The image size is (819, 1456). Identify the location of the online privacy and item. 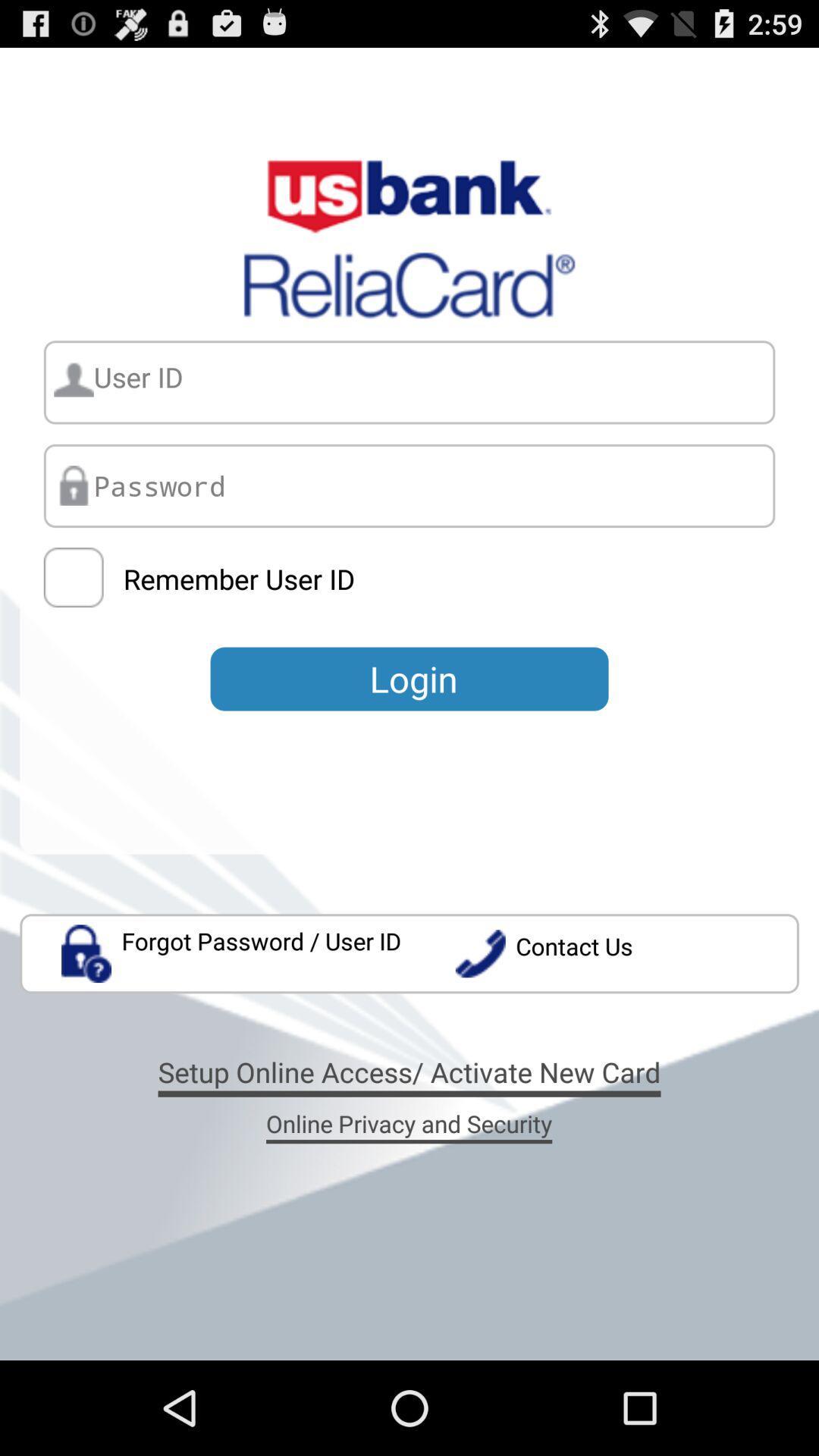
(408, 1123).